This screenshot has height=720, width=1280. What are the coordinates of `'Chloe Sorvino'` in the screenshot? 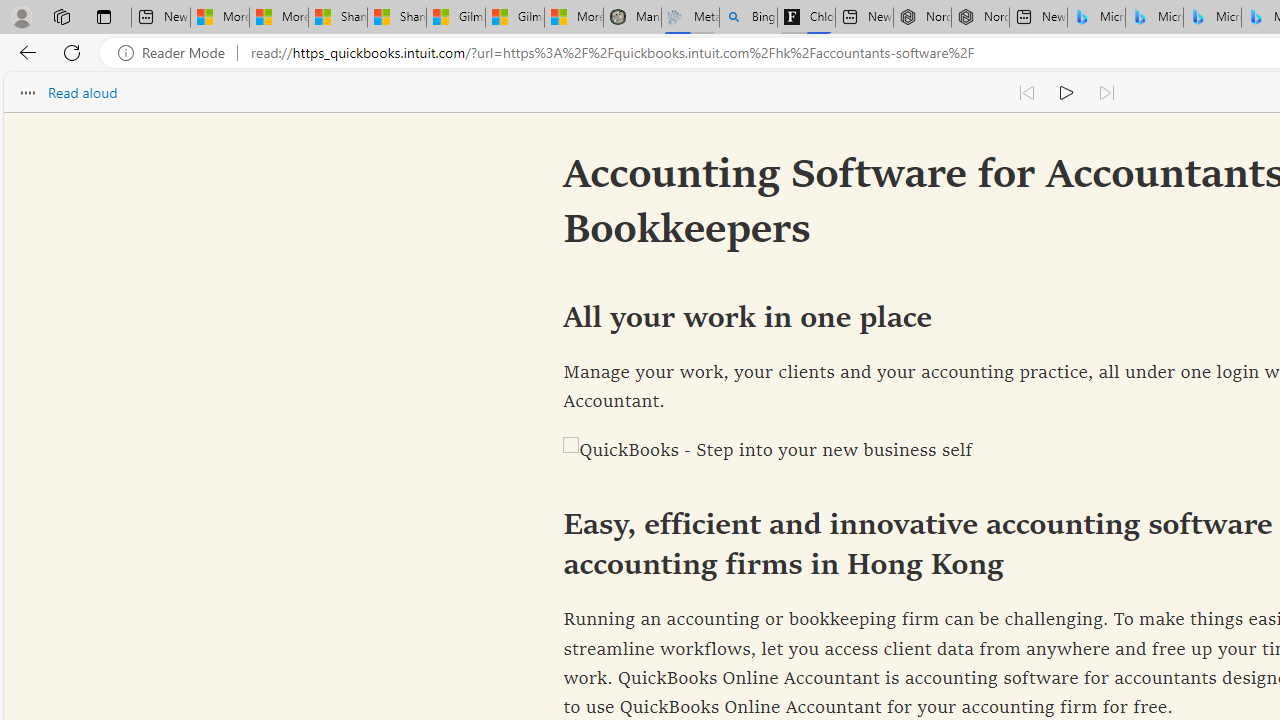 It's located at (806, 17).